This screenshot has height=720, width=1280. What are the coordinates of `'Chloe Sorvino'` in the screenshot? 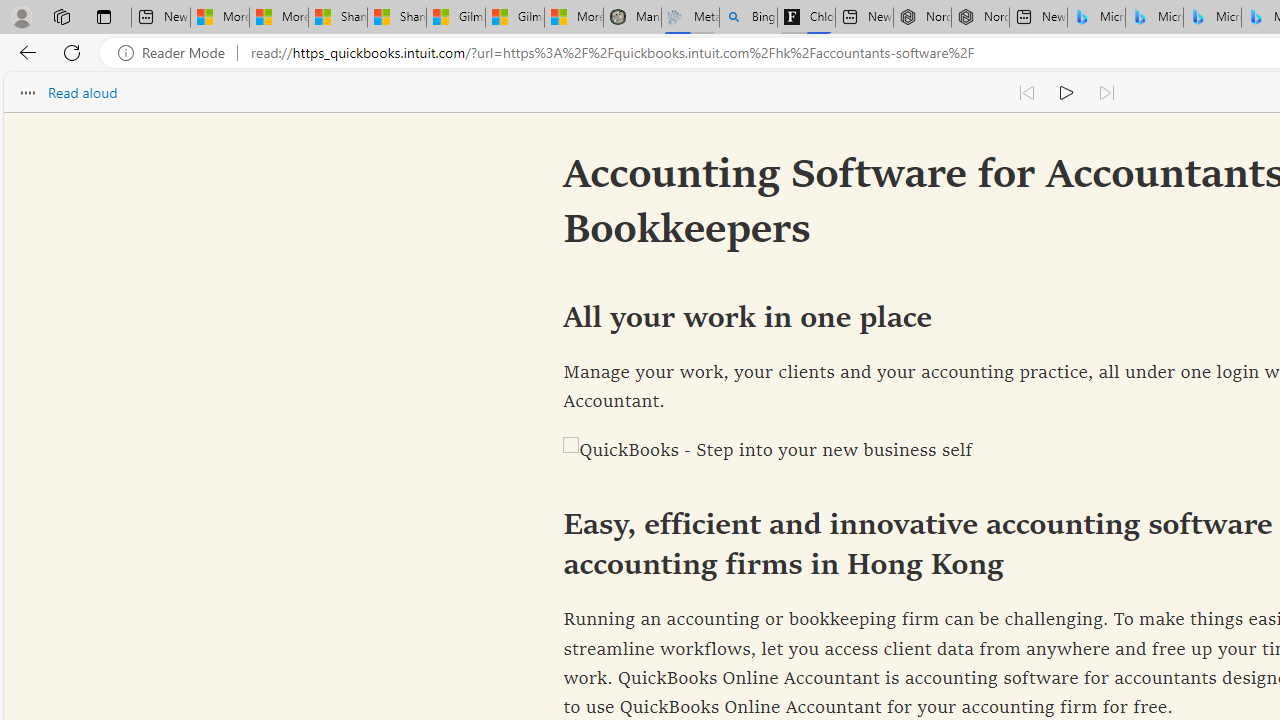 It's located at (806, 17).